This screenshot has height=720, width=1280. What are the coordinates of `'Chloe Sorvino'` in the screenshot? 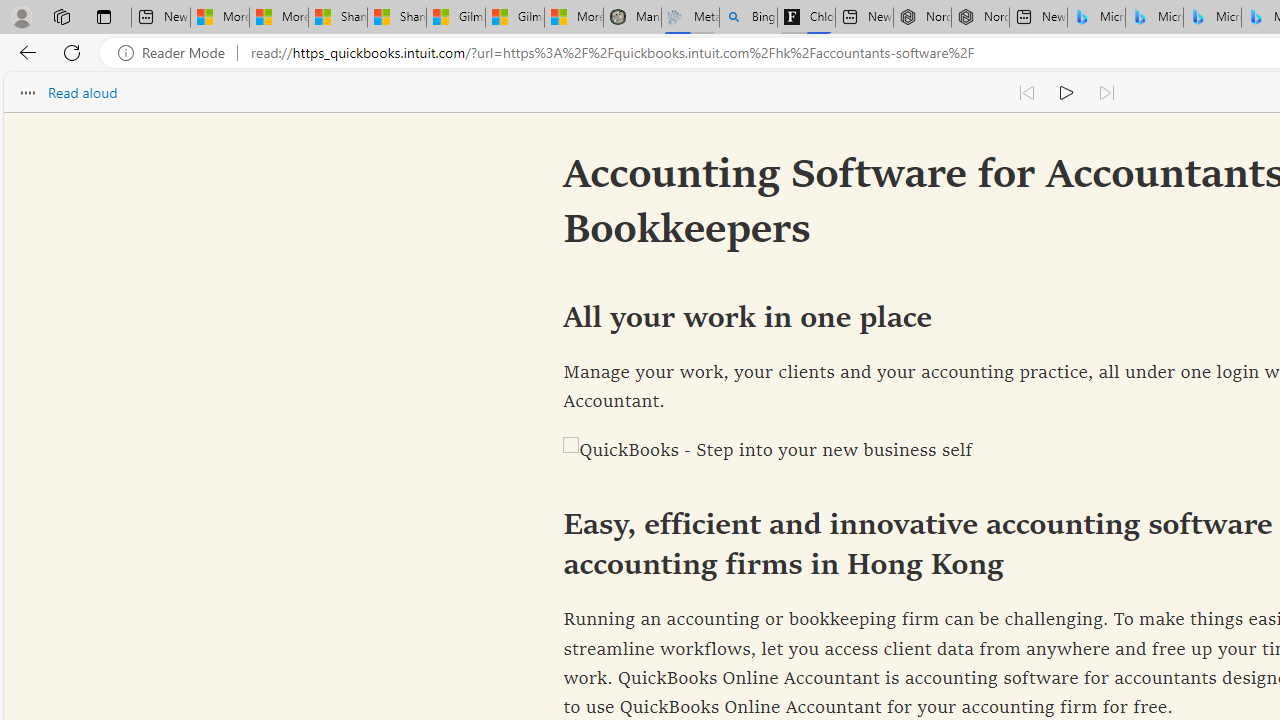 It's located at (806, 17).